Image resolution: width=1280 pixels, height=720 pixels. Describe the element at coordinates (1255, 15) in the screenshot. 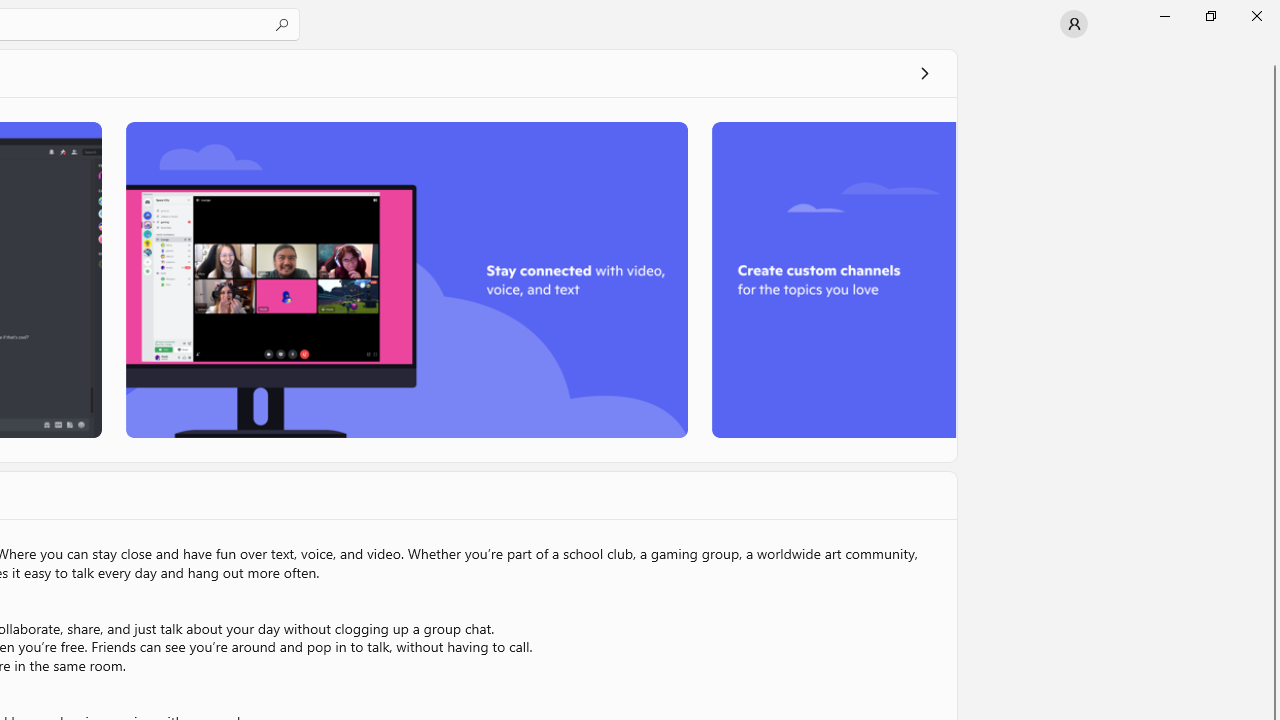

I see `'Close Microsoft Store'` at that location.